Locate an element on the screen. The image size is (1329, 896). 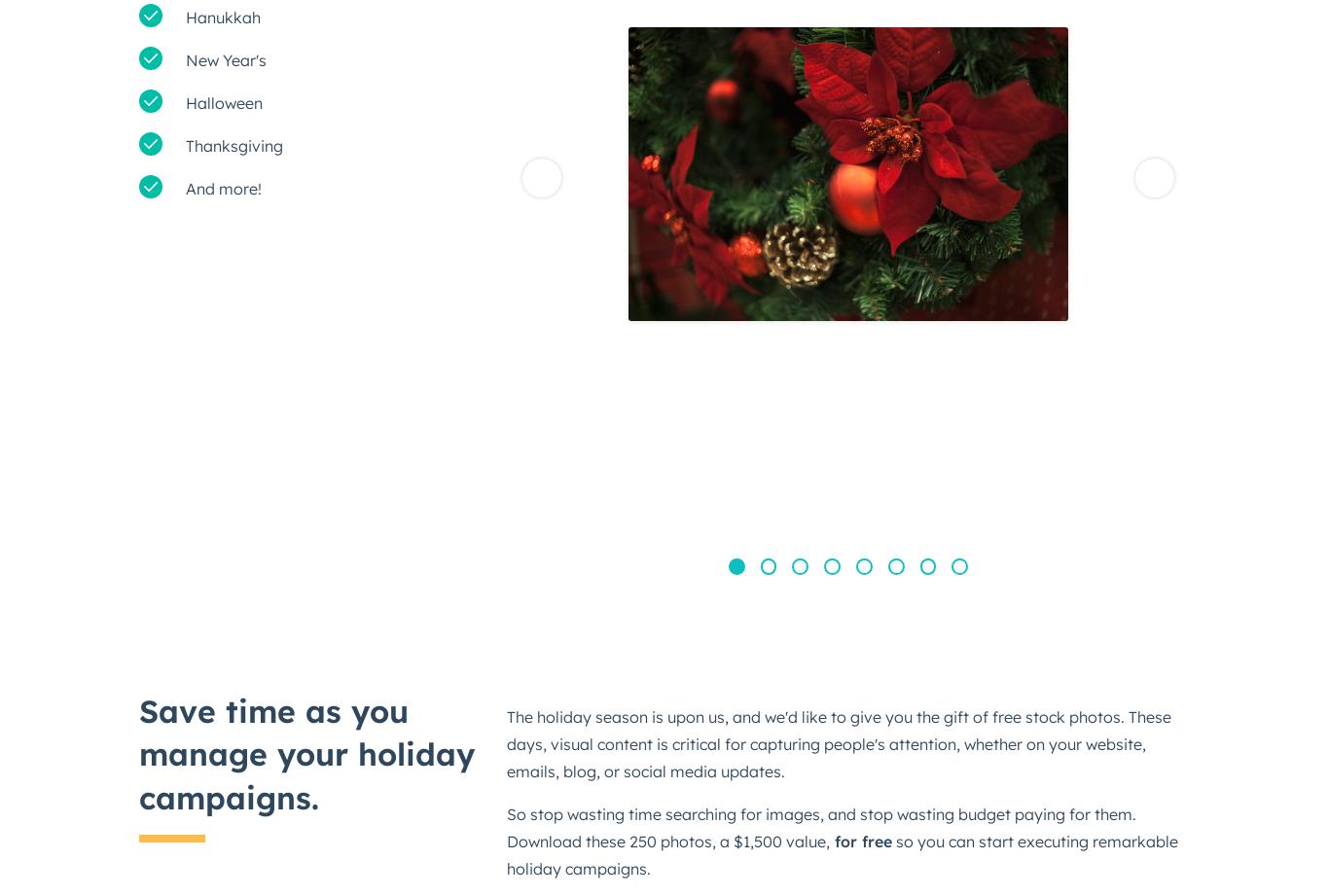
'for free' is located at coordinates (860, 841).